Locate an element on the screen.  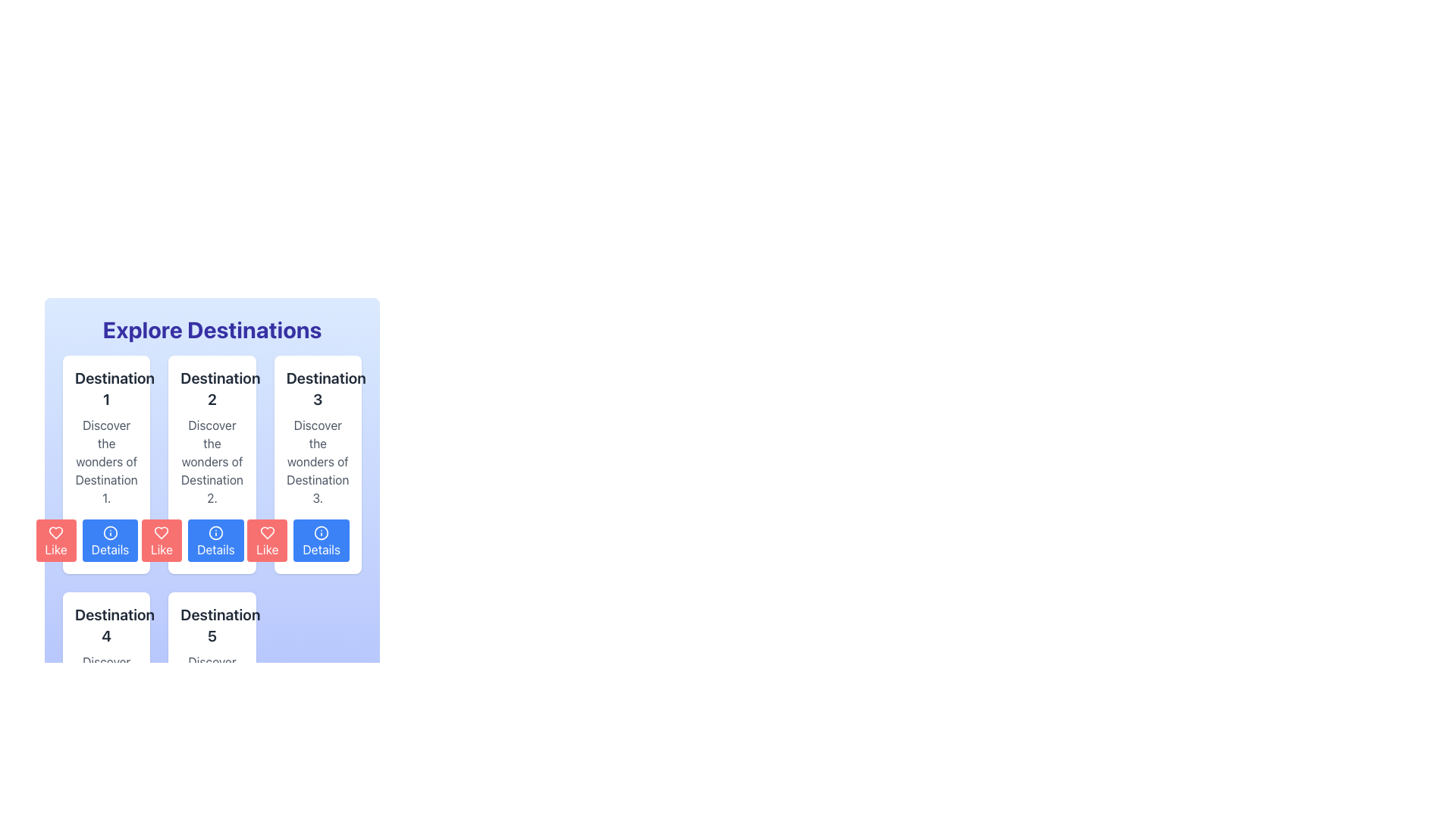
the 'Details' button located beneath the 'Destination 2' card, which is the middle card in the top row is located at coordinates (109, 532).